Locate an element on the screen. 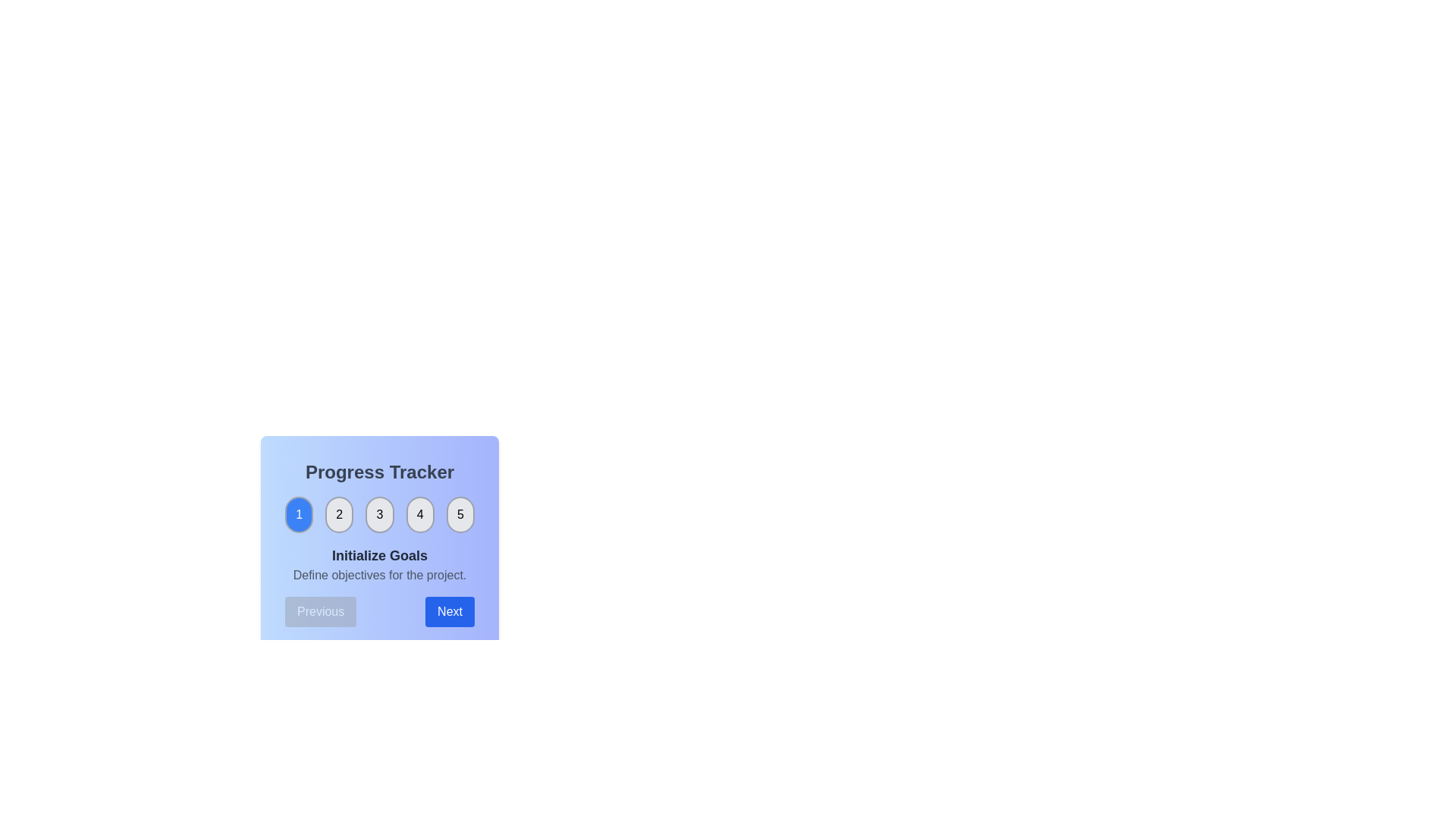  the 'Next' button to navigate to the next step in the progress tracker is located at coordinates (449, 610).